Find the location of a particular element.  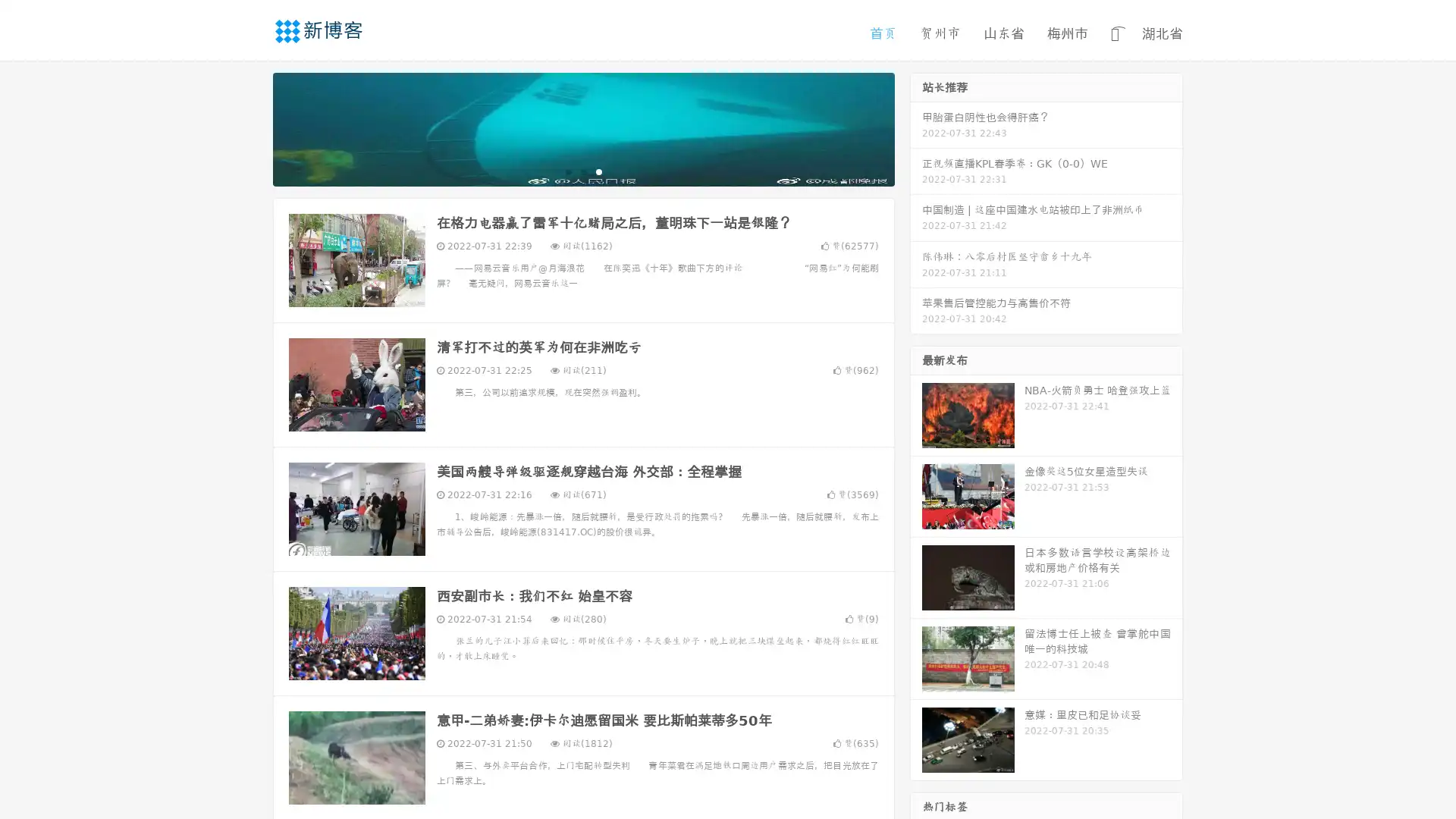

Previous slide is located at coordinates (250, 127).